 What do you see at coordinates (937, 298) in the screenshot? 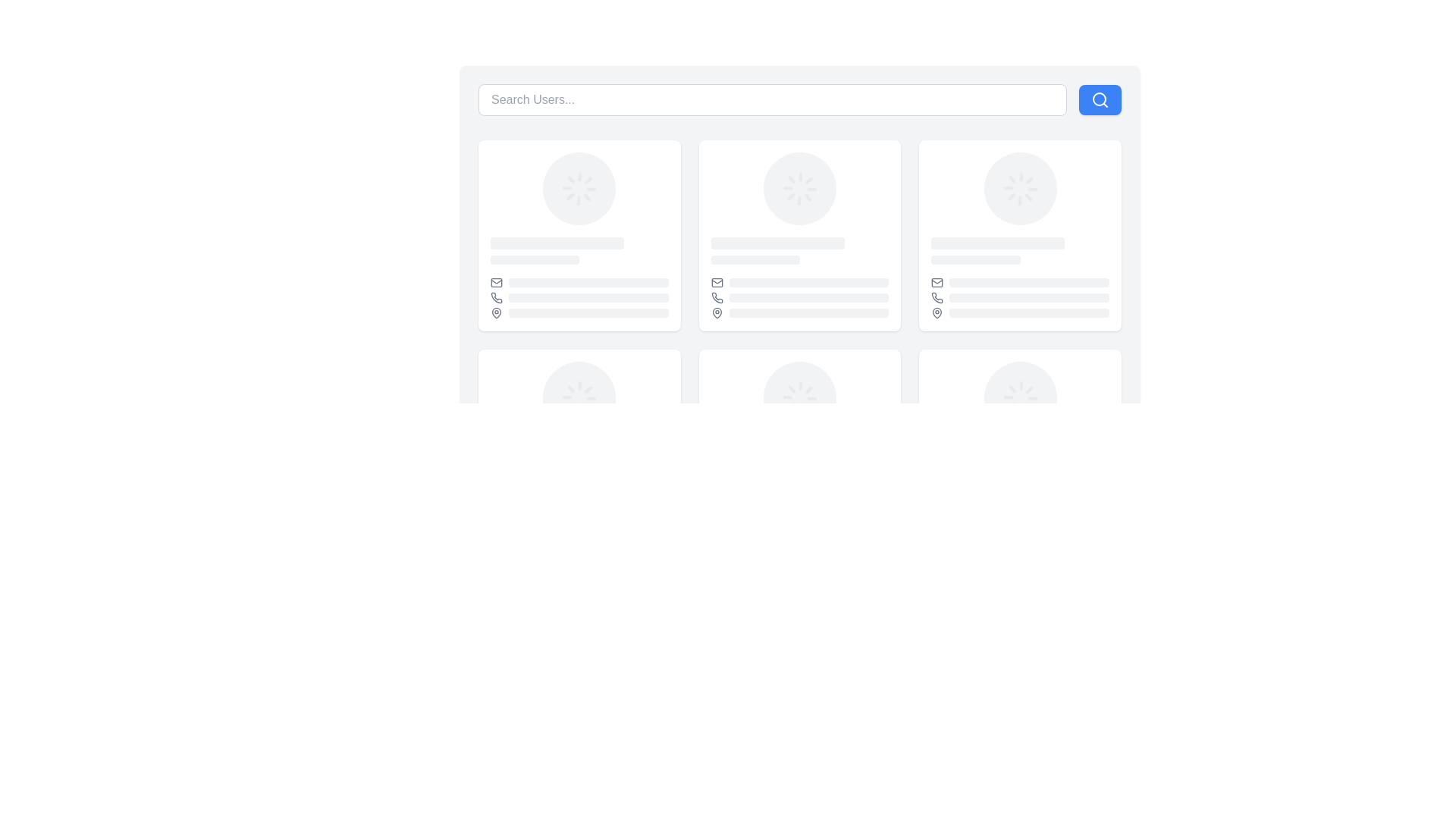
I see `the phone icon, which is a thin outlined SVG with a classic handset shape, to initiate a call action` at bounding box center [937, 298].